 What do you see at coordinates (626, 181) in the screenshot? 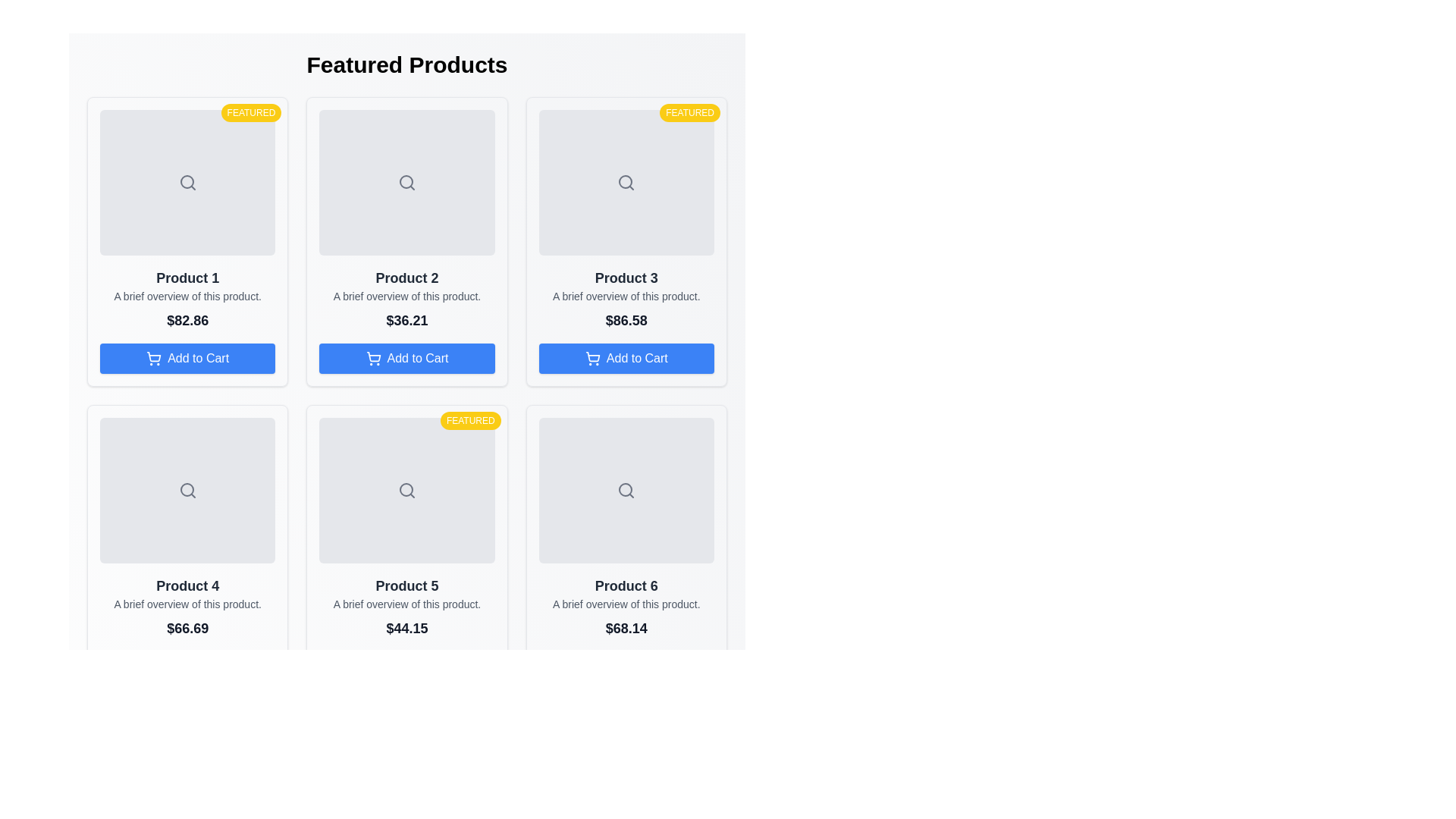
I see `the small magnifying glass icon with a circular outline located in the center of the third product card from the left in the top row of a grid layout, which suggests a search function` at bounding box center [626, 181].